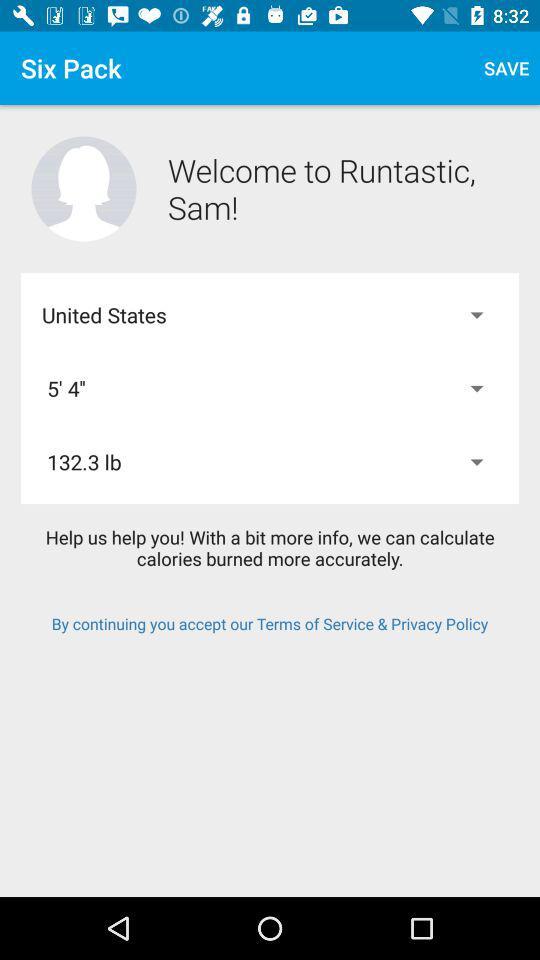 The image size is (540, 960). I want to click on 5' 4'' icon, so click(270, 387).